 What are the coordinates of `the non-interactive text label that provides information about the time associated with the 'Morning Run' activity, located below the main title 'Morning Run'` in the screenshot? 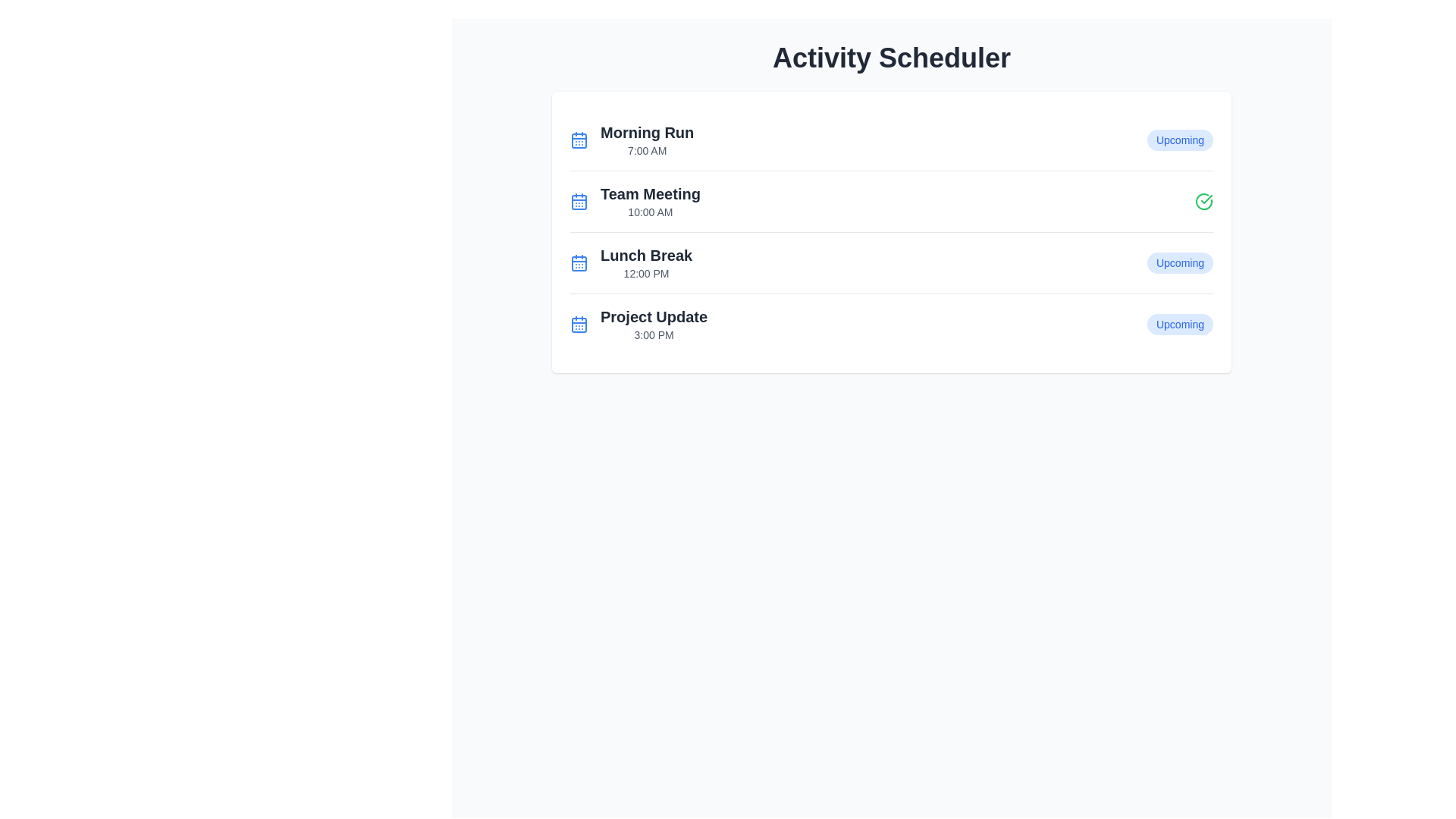 It's located at (647, 151).